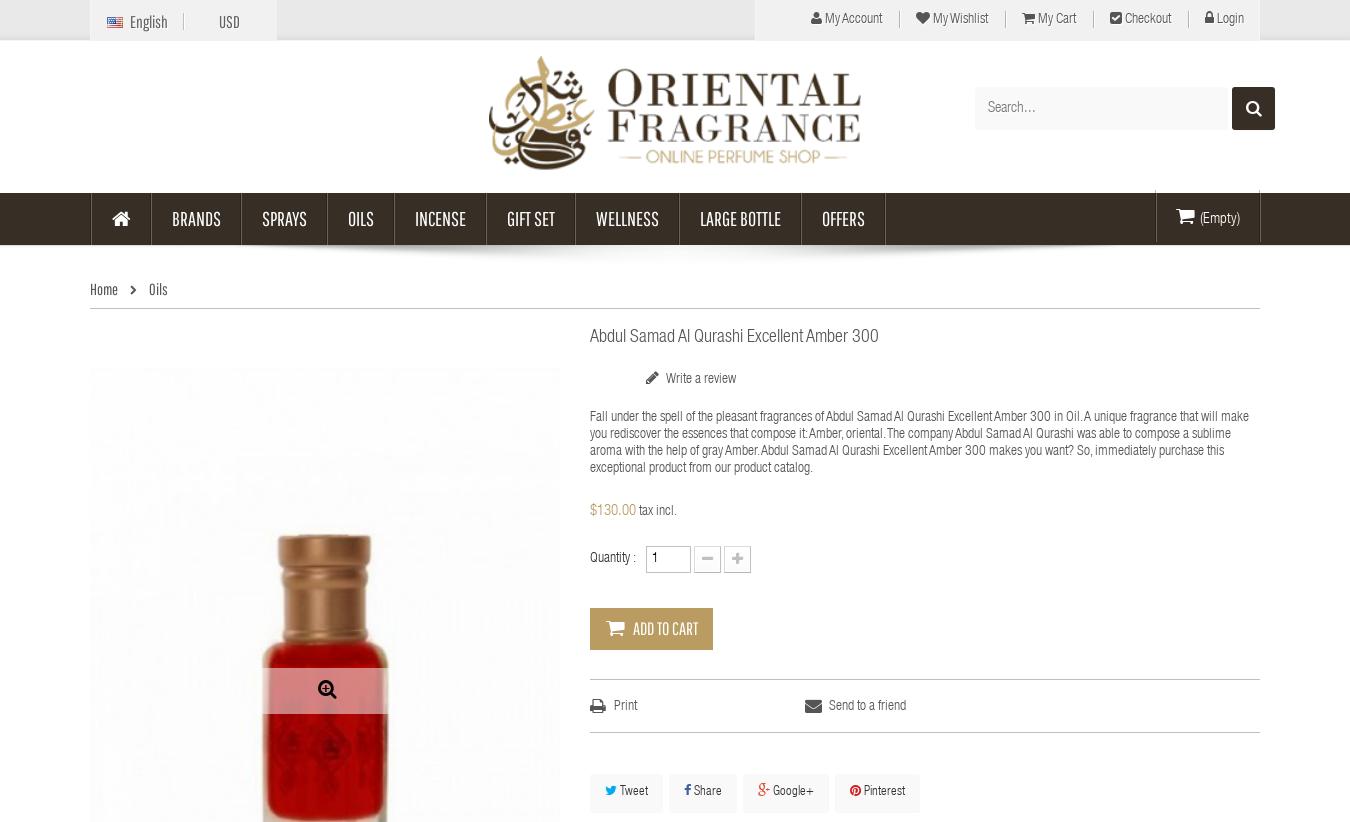  I want to click on 'Send to a friend', so click(866, 707).